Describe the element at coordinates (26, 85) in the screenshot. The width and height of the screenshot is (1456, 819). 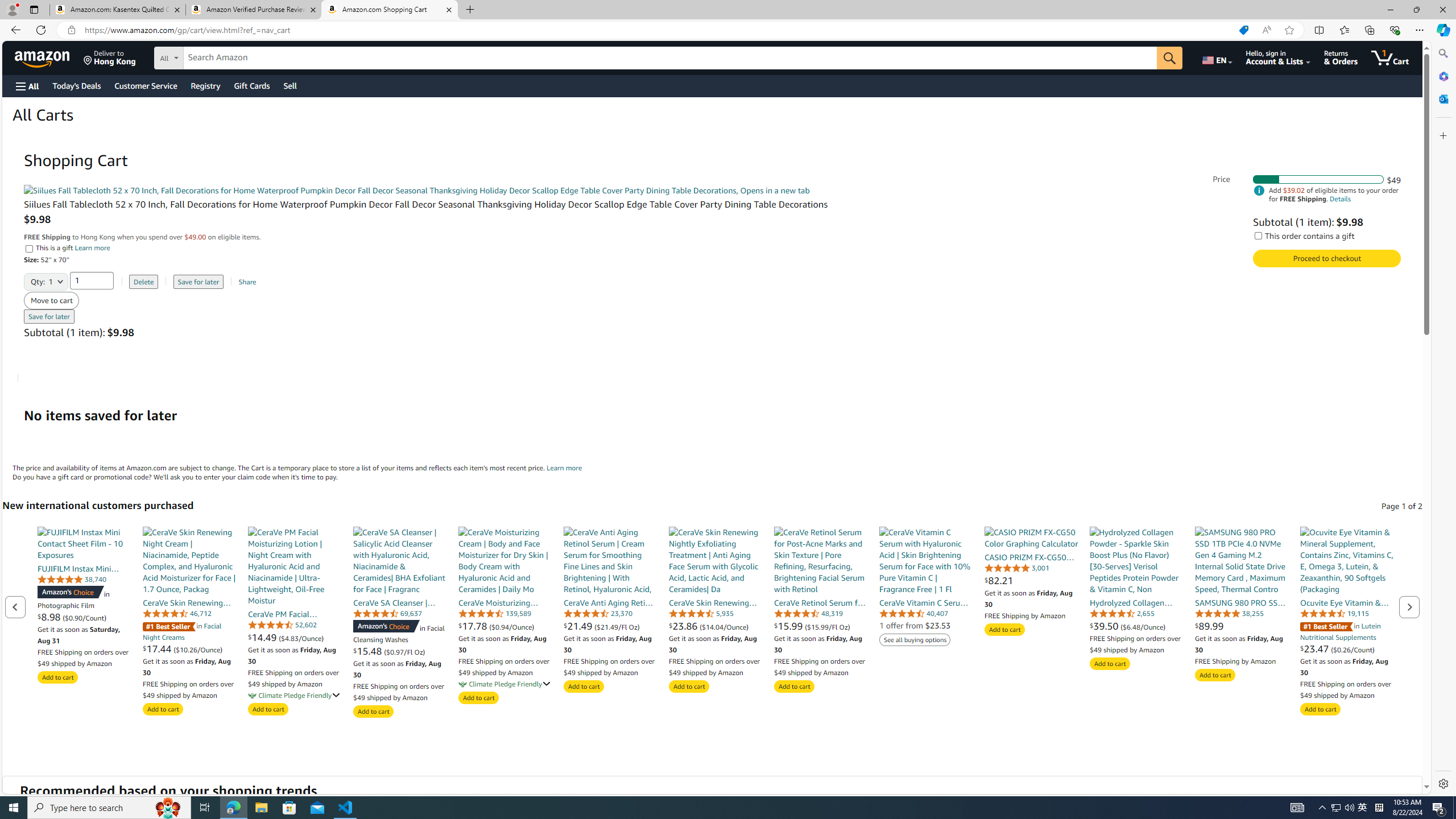
I see `'Open Menu'` at that location.